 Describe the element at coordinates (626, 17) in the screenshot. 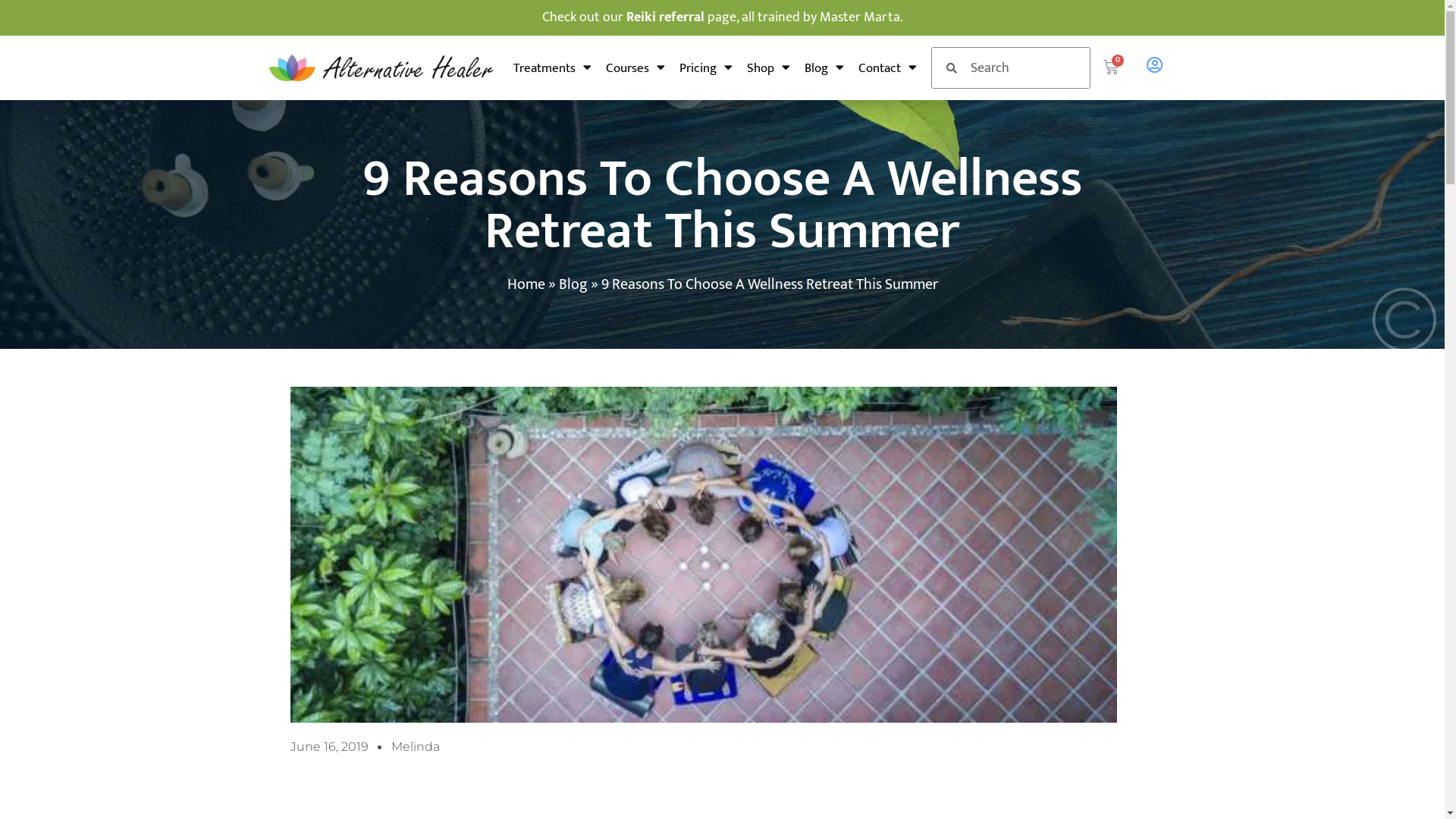

I see `'Reiki referral'` at that location.